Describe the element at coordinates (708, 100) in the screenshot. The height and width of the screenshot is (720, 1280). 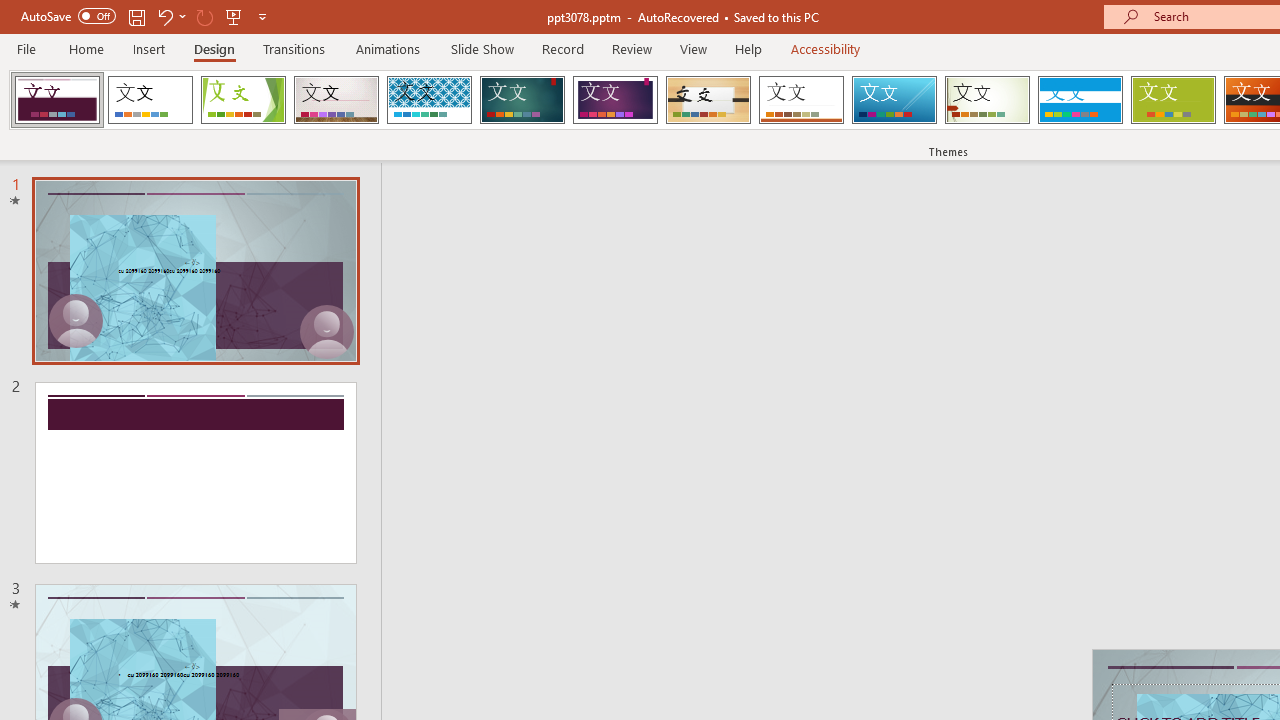
I see `'Organic'` at that location.